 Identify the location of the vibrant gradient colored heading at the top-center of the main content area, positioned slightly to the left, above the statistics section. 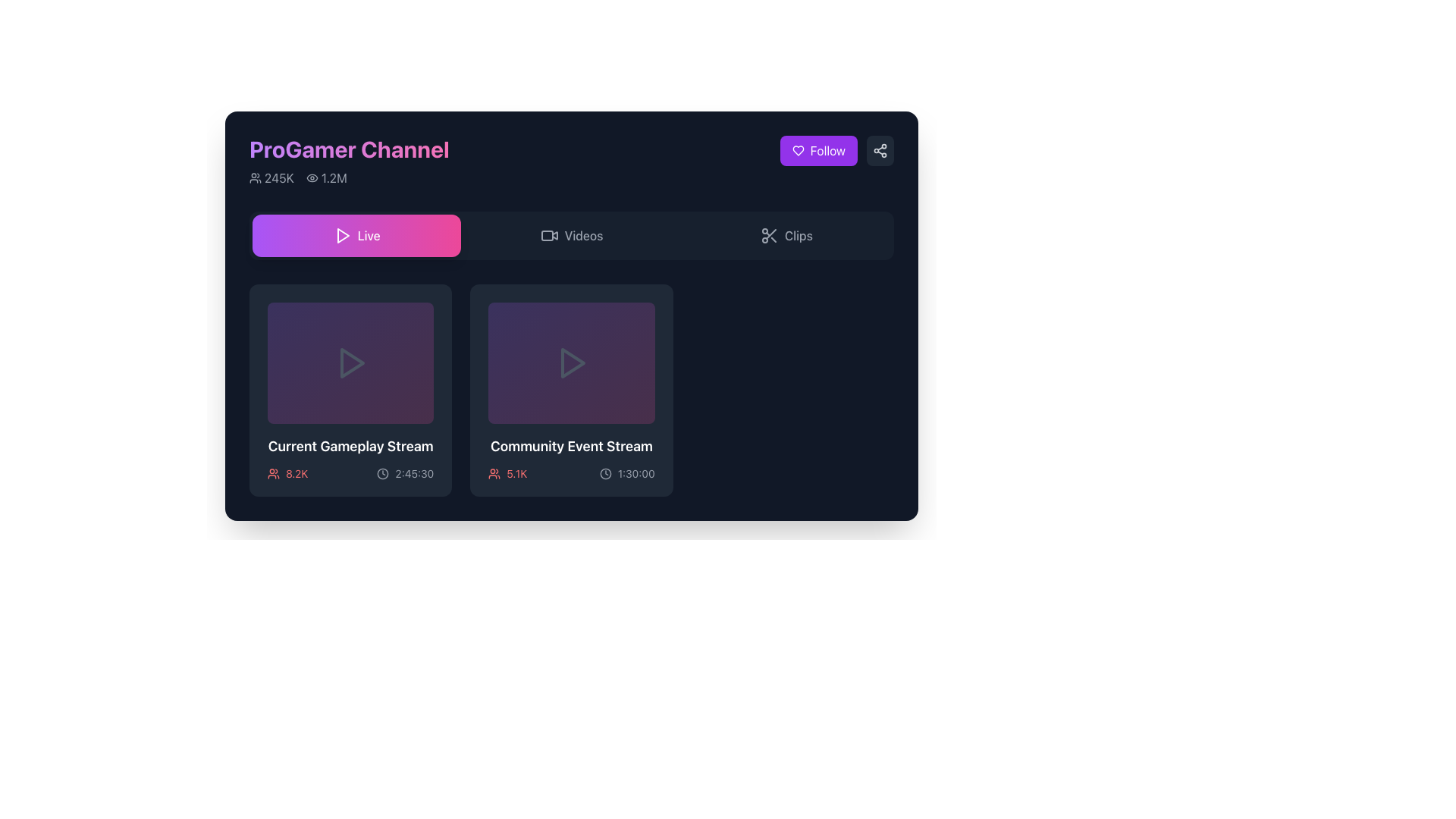
(348, 161).